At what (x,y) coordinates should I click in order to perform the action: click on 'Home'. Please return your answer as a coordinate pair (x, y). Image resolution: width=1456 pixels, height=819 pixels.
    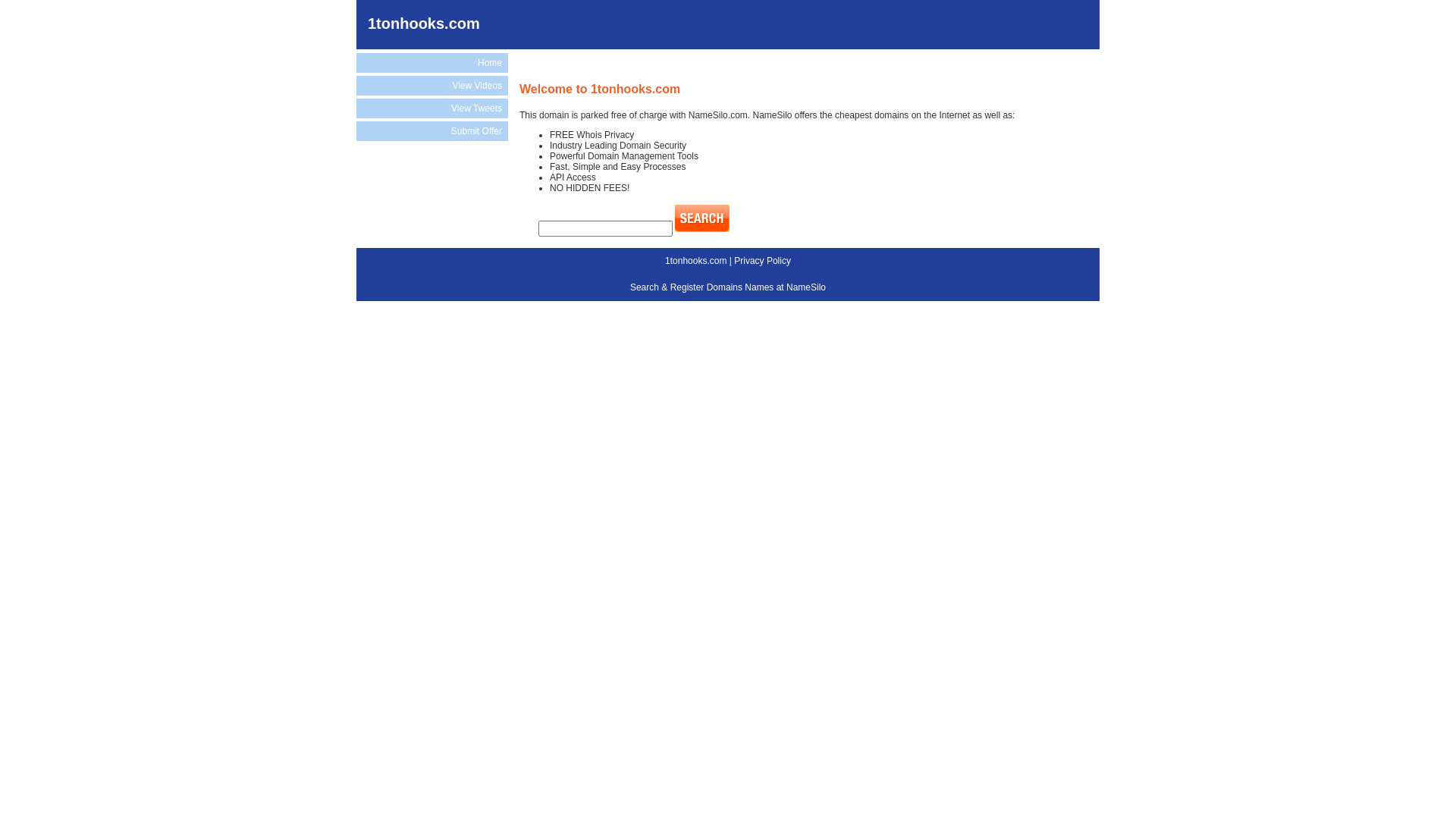
    Looking at the image, I should click on (431, 62).